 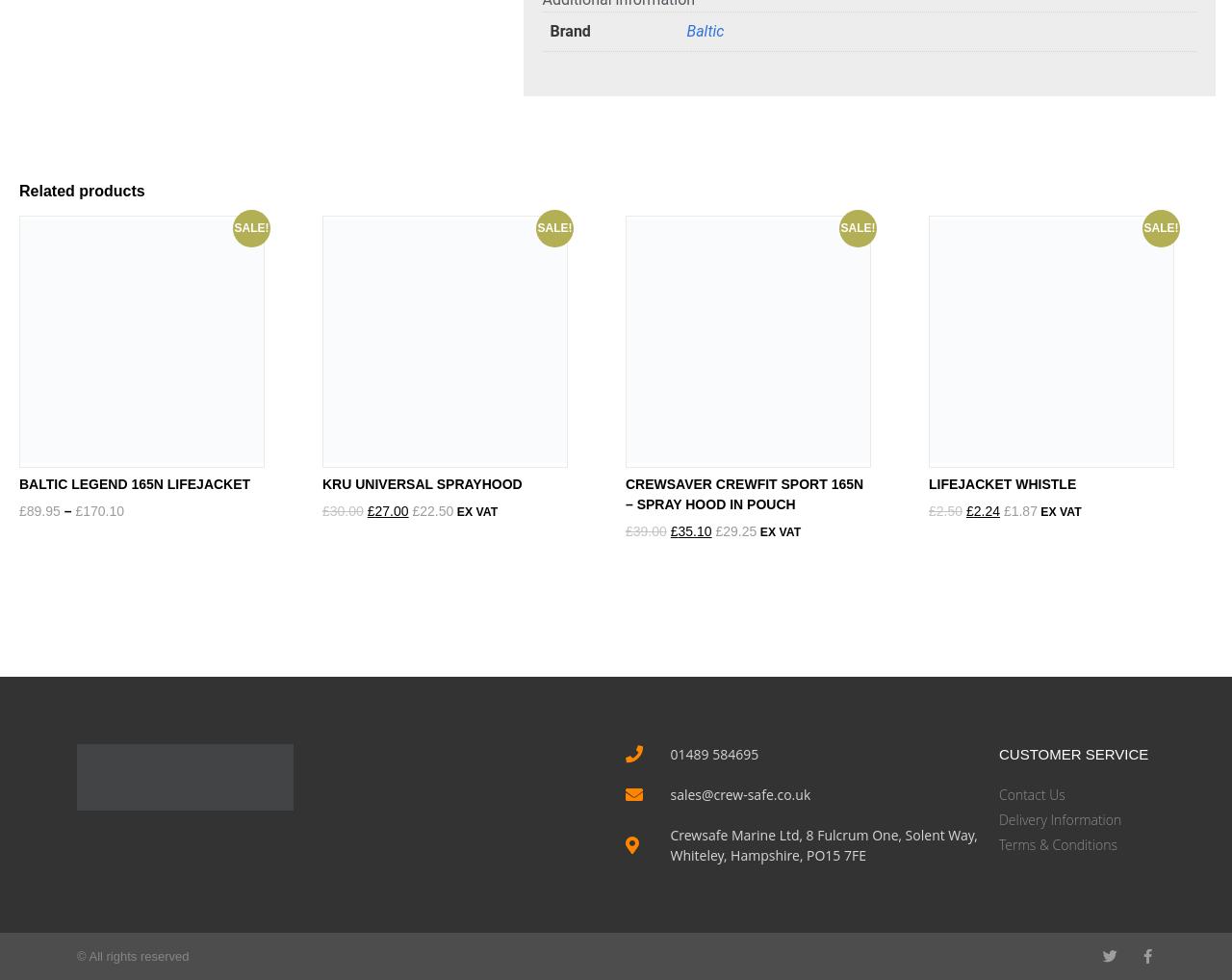 What do you see at coordinates (390, 508) in the screenshot?
I see `'27.00'` at bounding box center [390, 508].